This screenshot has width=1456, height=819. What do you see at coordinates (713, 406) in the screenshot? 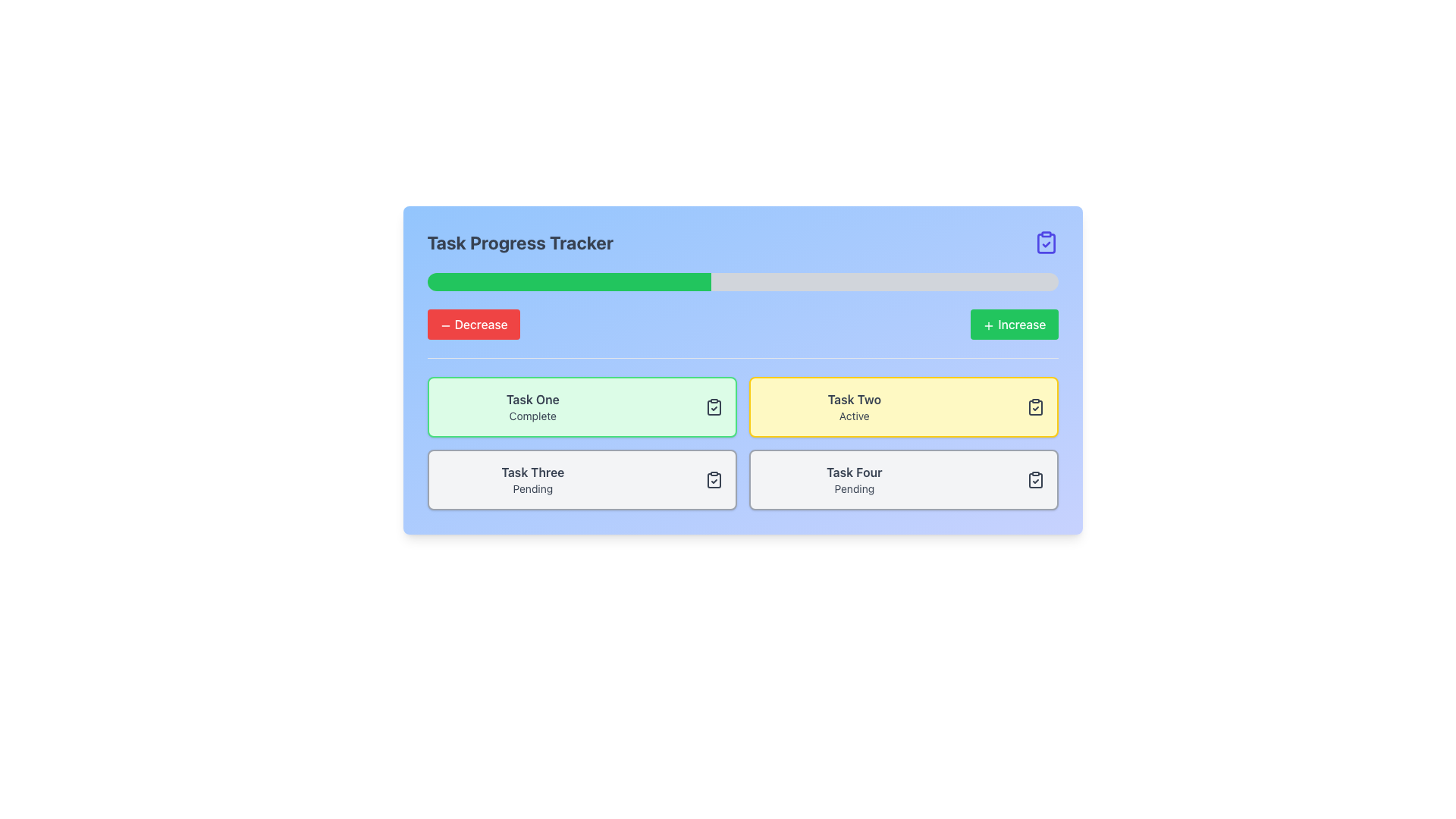
I see `the 'Complete' status icon for 'Task One', which indicates task completion and is located at the rightmost part of the task progress tracker` at bounding box center [713, 406].